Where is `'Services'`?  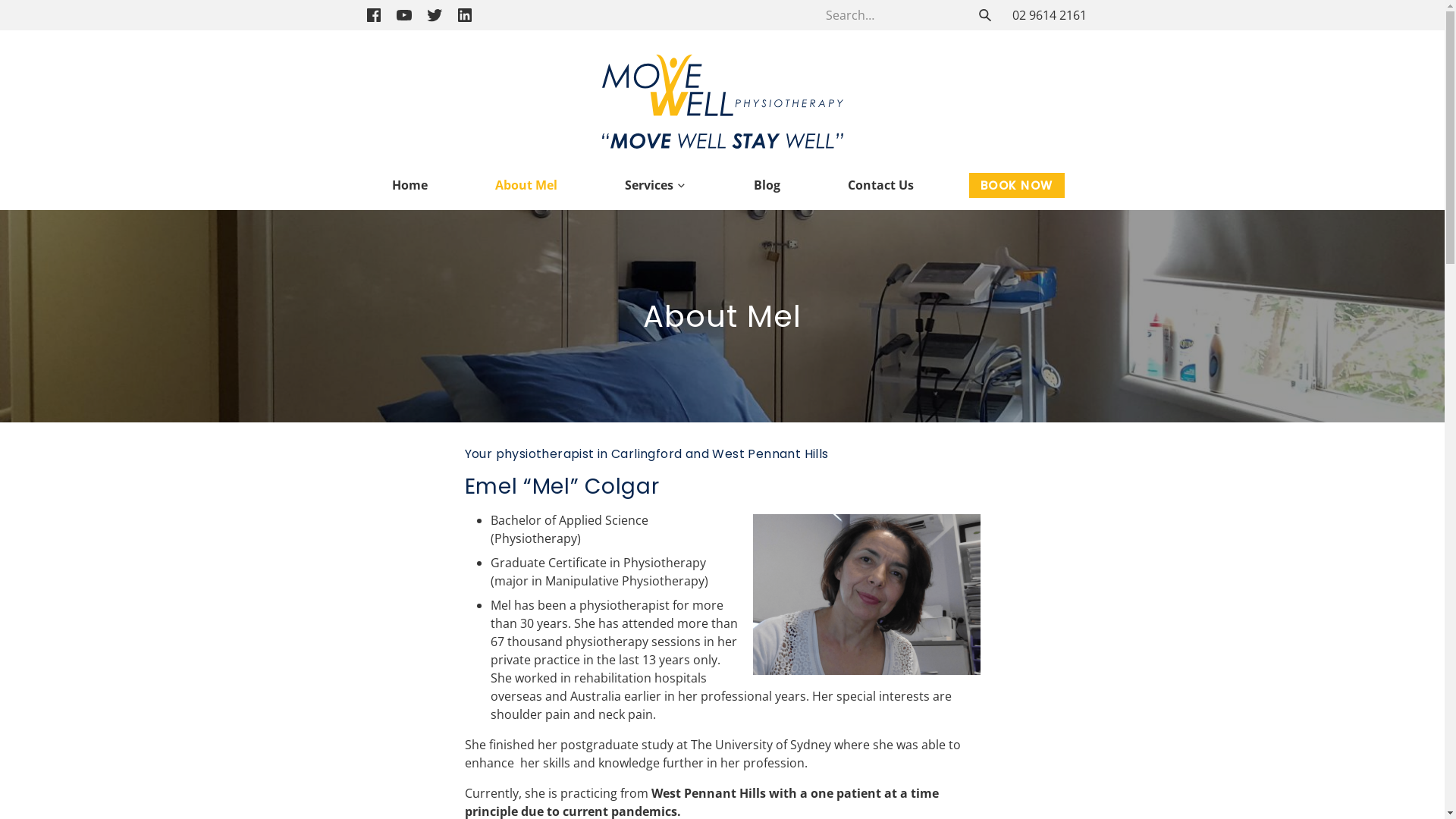
'Services' is located at coordinates (655, 184).